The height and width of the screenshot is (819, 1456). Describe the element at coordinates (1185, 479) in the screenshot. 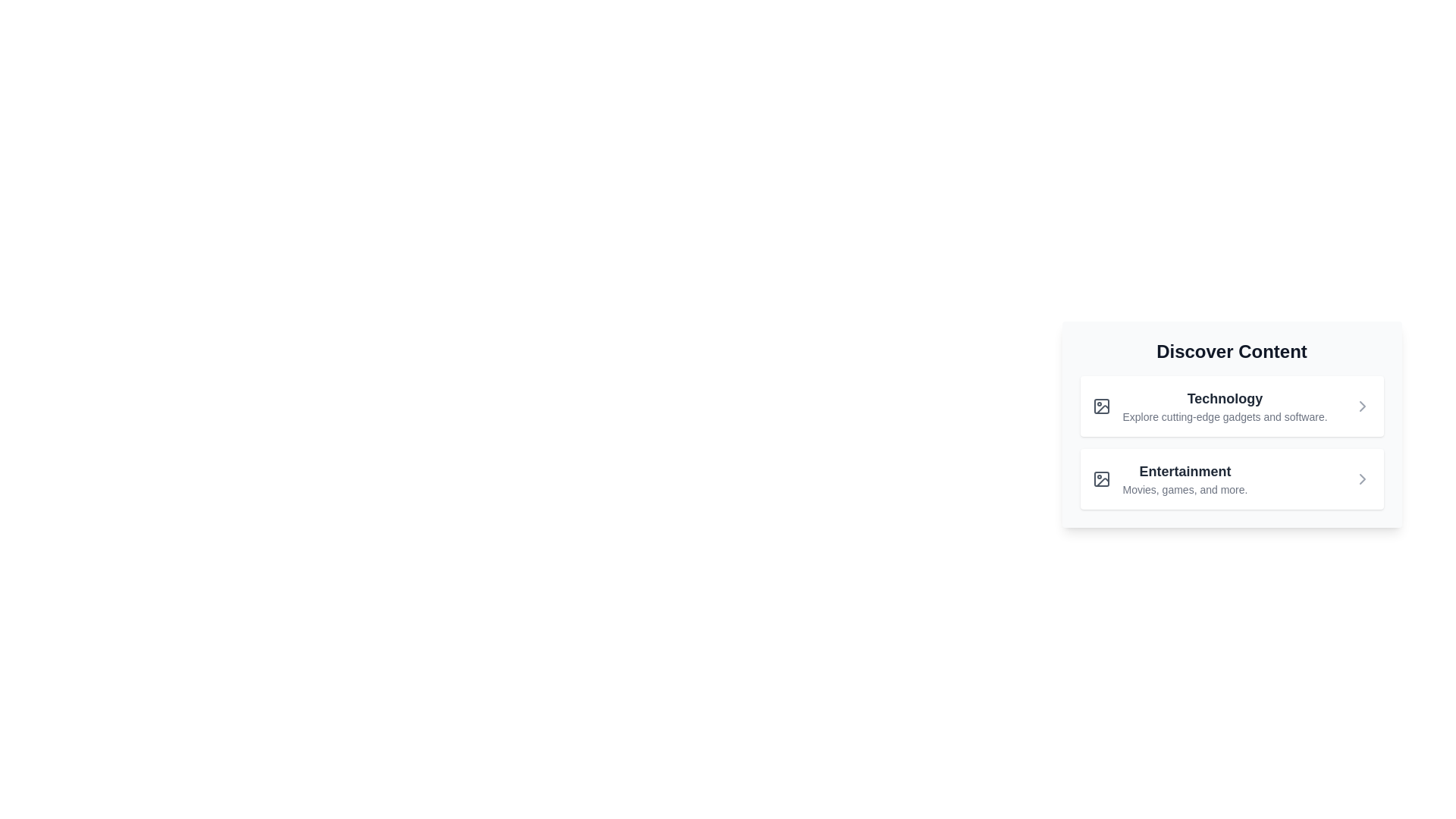

I see `the 'Entertainment' text heading card, which is the second card in a vertical stack` at that location.